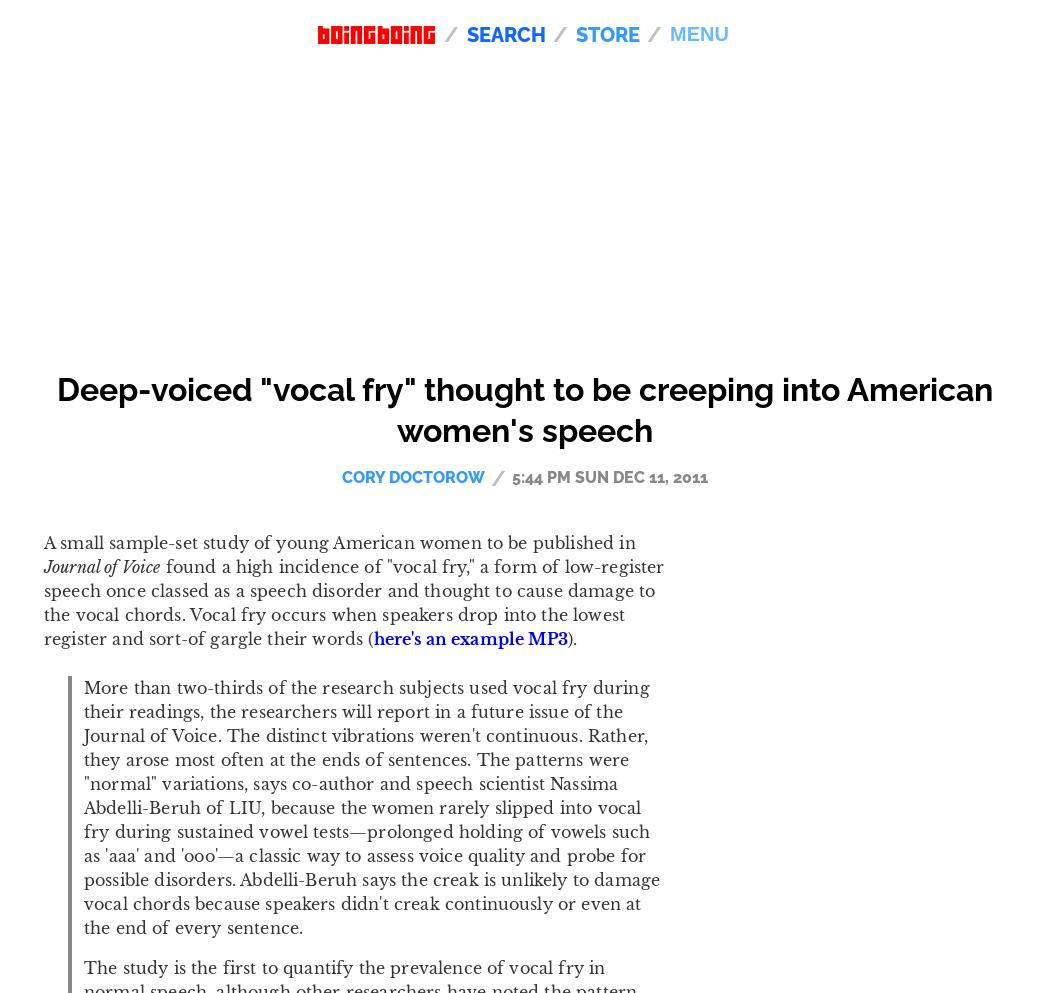 This screenshot has height=993, width=1050. What do you see at coordinates (659, 475) in the screenshot?
I see `'Dec 11, 2011'` at bounding box center [659, 475].